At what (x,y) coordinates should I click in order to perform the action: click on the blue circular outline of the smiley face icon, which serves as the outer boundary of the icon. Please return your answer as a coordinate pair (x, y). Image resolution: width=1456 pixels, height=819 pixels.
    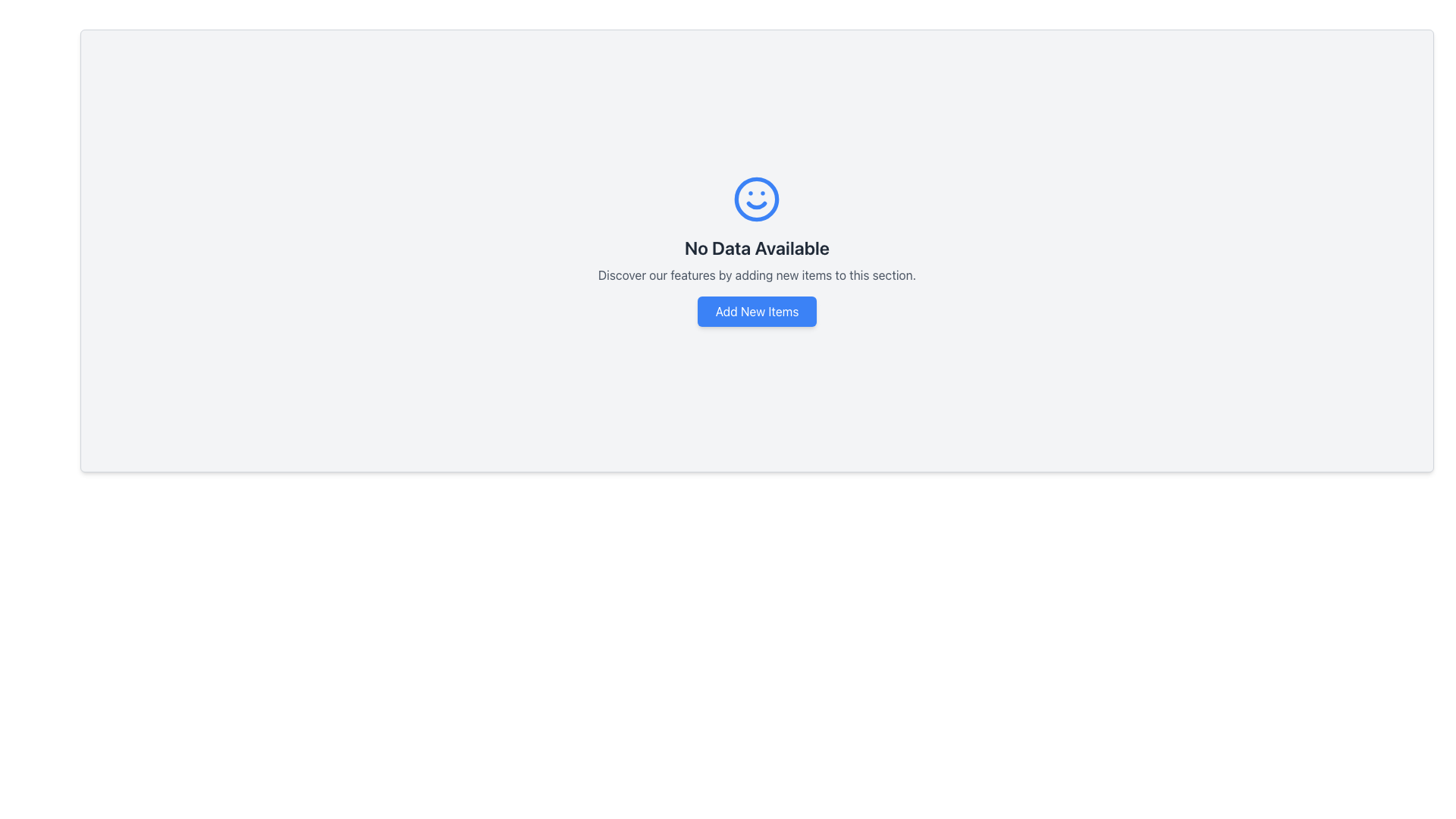
    Looking at the image, I should click on (757, 198).